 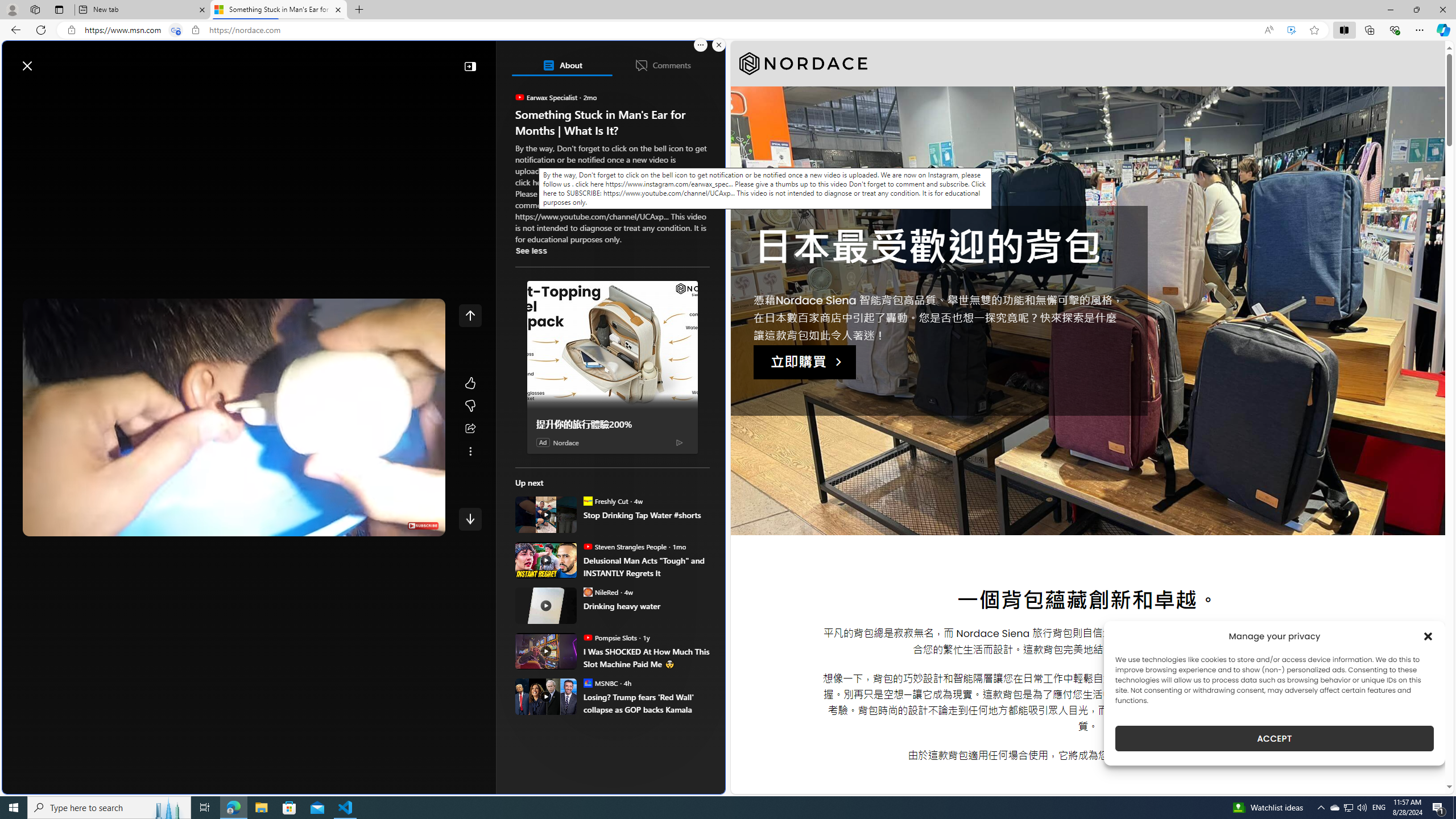 What do you see at coordinates (586, 591) in the screenshot?
I see `'NileRed'` at bounding box center [586, 591].